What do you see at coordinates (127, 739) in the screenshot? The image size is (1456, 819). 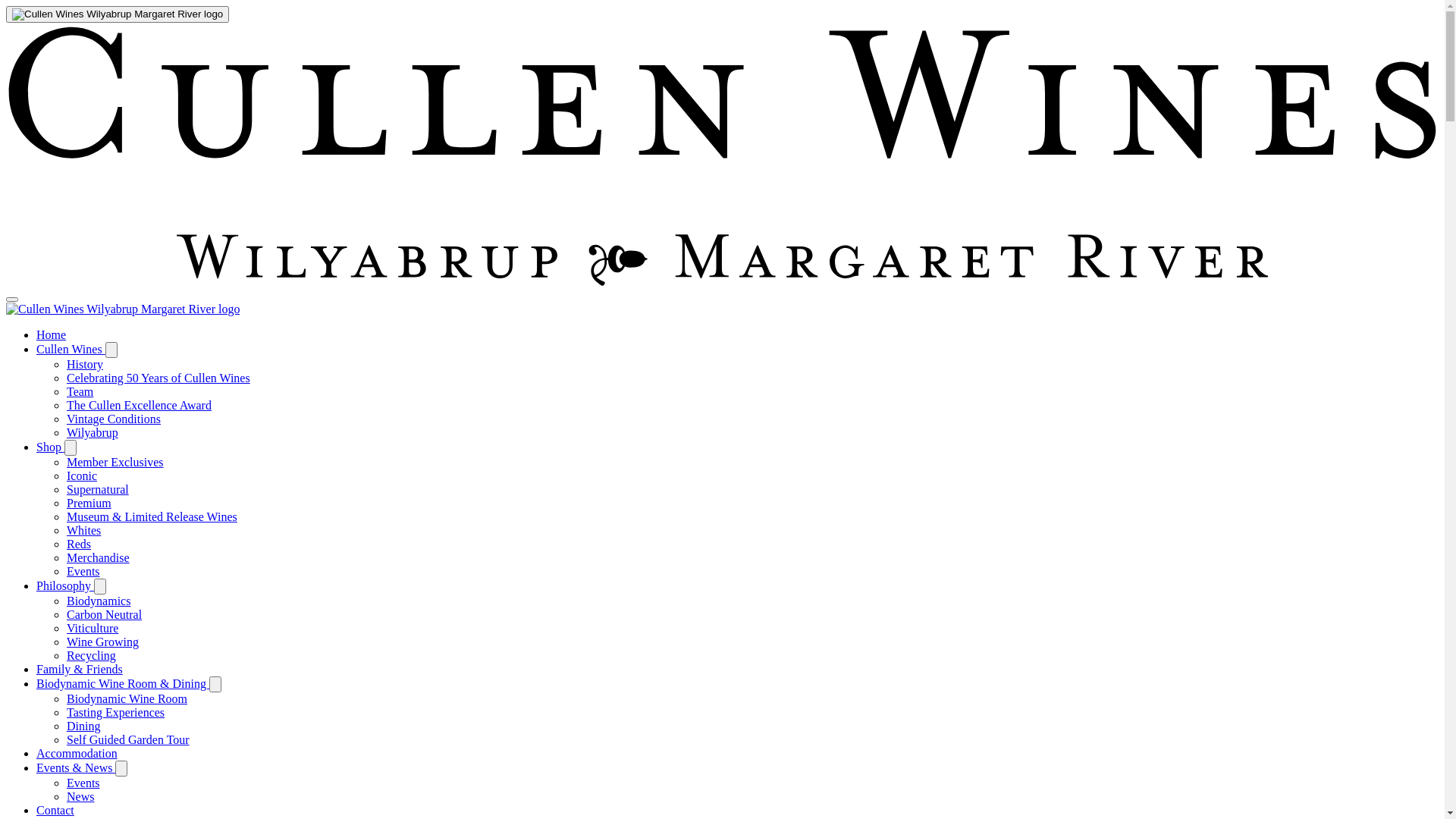 I see `'Self Guided Garden Tour'` at bounding box center [127, 739].